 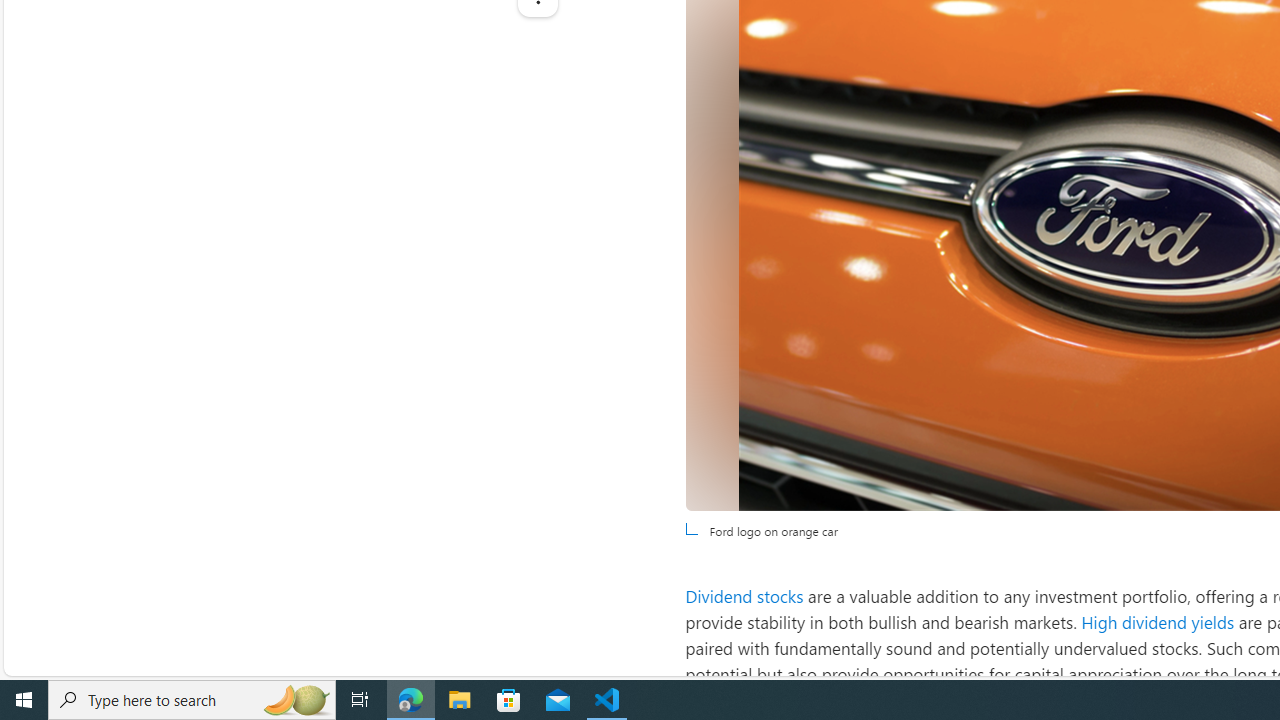 What do you see at coordinates (743, 594) in the screenshot?
I see `'Dividend stocks'` at bounding box center [743, 594].